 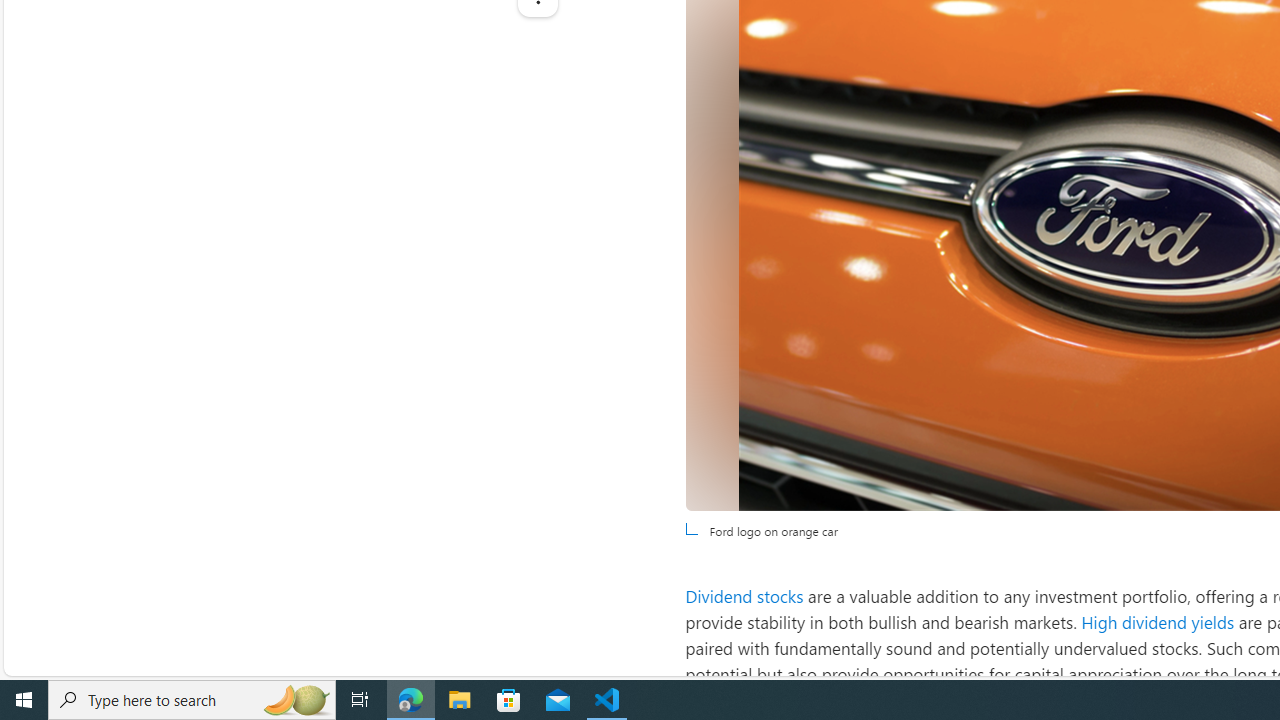 What do you see at coordinates (743, 594) in the screenshot?
I see `'Dividend stocks'` at bounding box center [743, 594].